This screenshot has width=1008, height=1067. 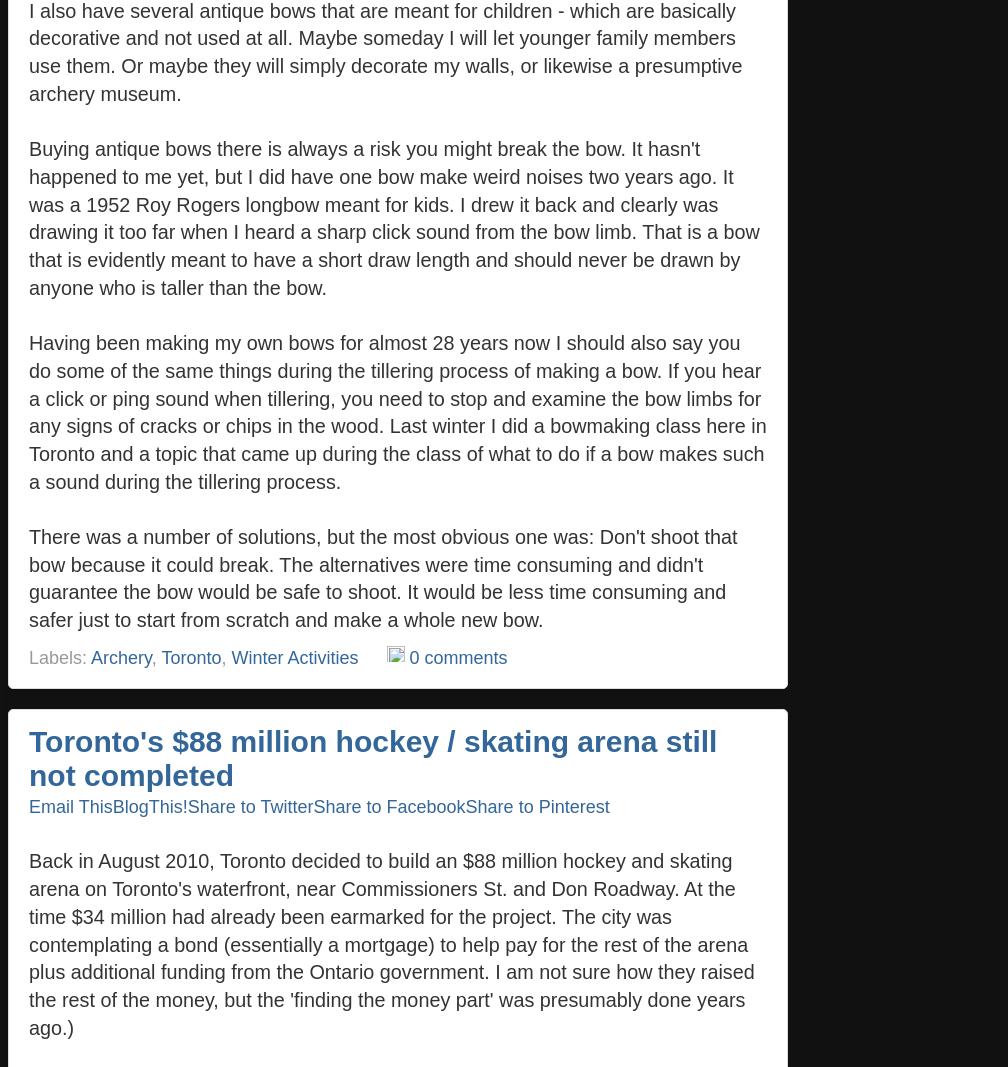 I want to click on 'Share to Pinterest', so click(x=536, y=805).